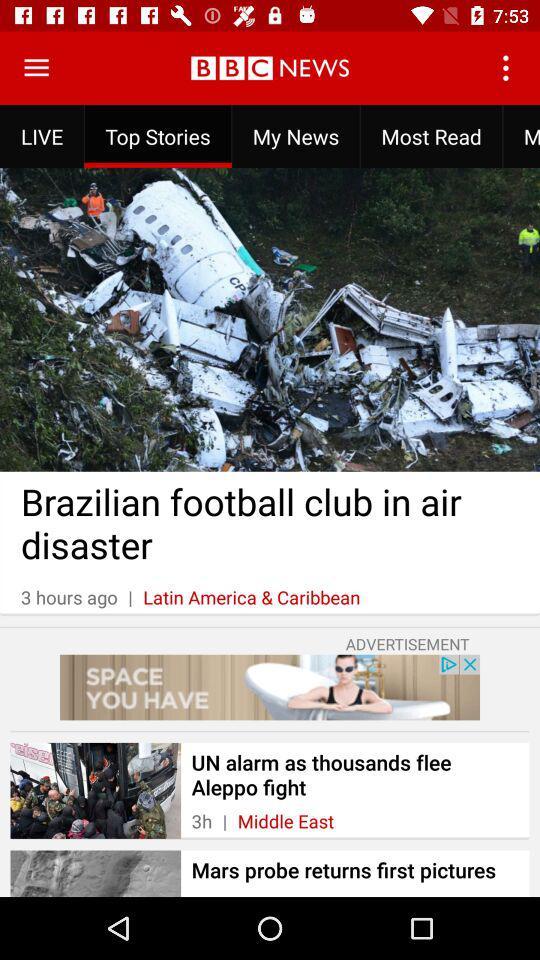 This screenshot has height=960, width=540. What do you see at coordinates (36, 68) in the screenshot?
I see `open the menu` at bounding box center [36, 68].